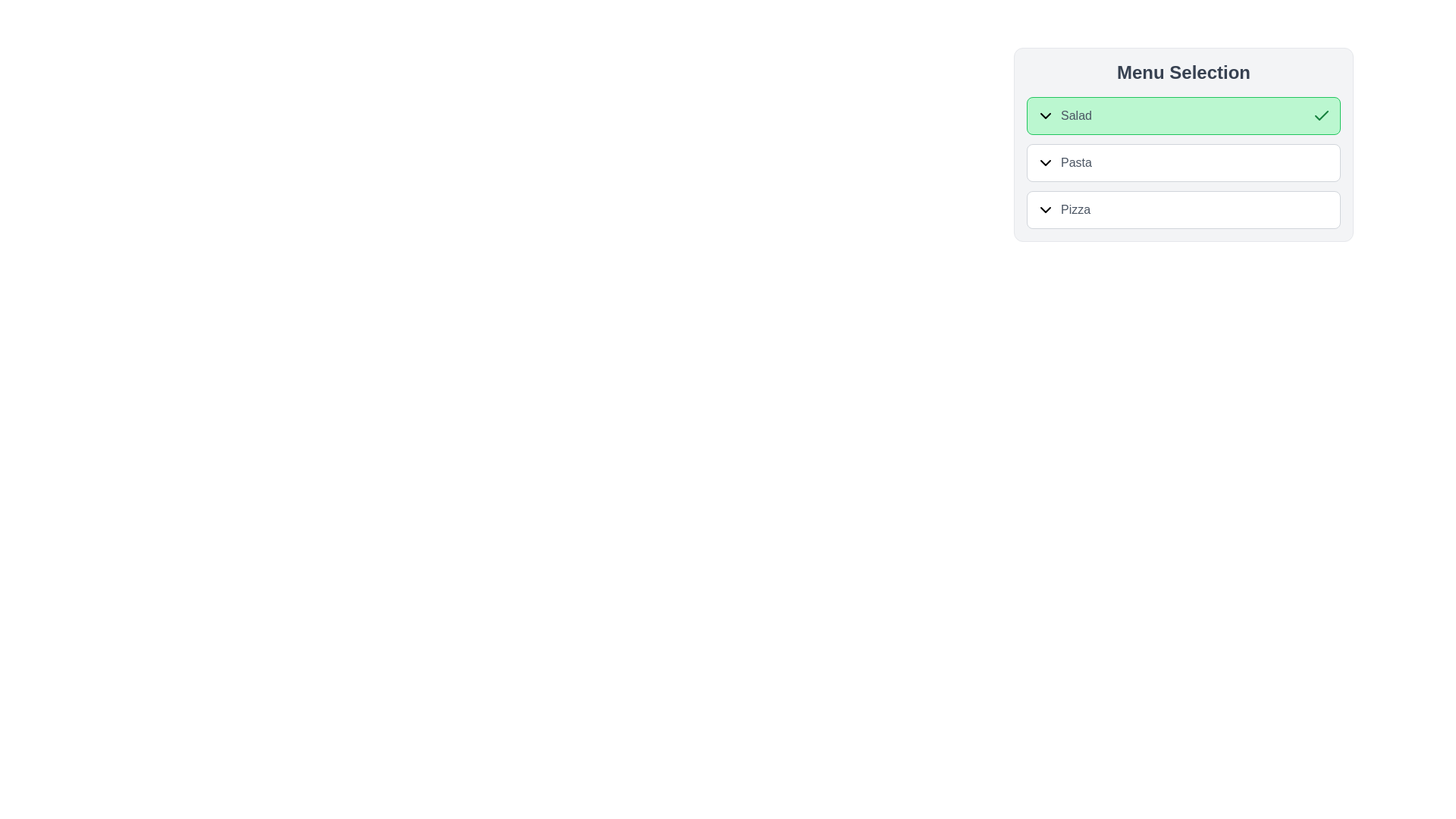  What do you see at coordinates (1182, 145) in the screenshot?
I see `the 'Salad' item in the menu options section` at bounding box center [1182, 145].